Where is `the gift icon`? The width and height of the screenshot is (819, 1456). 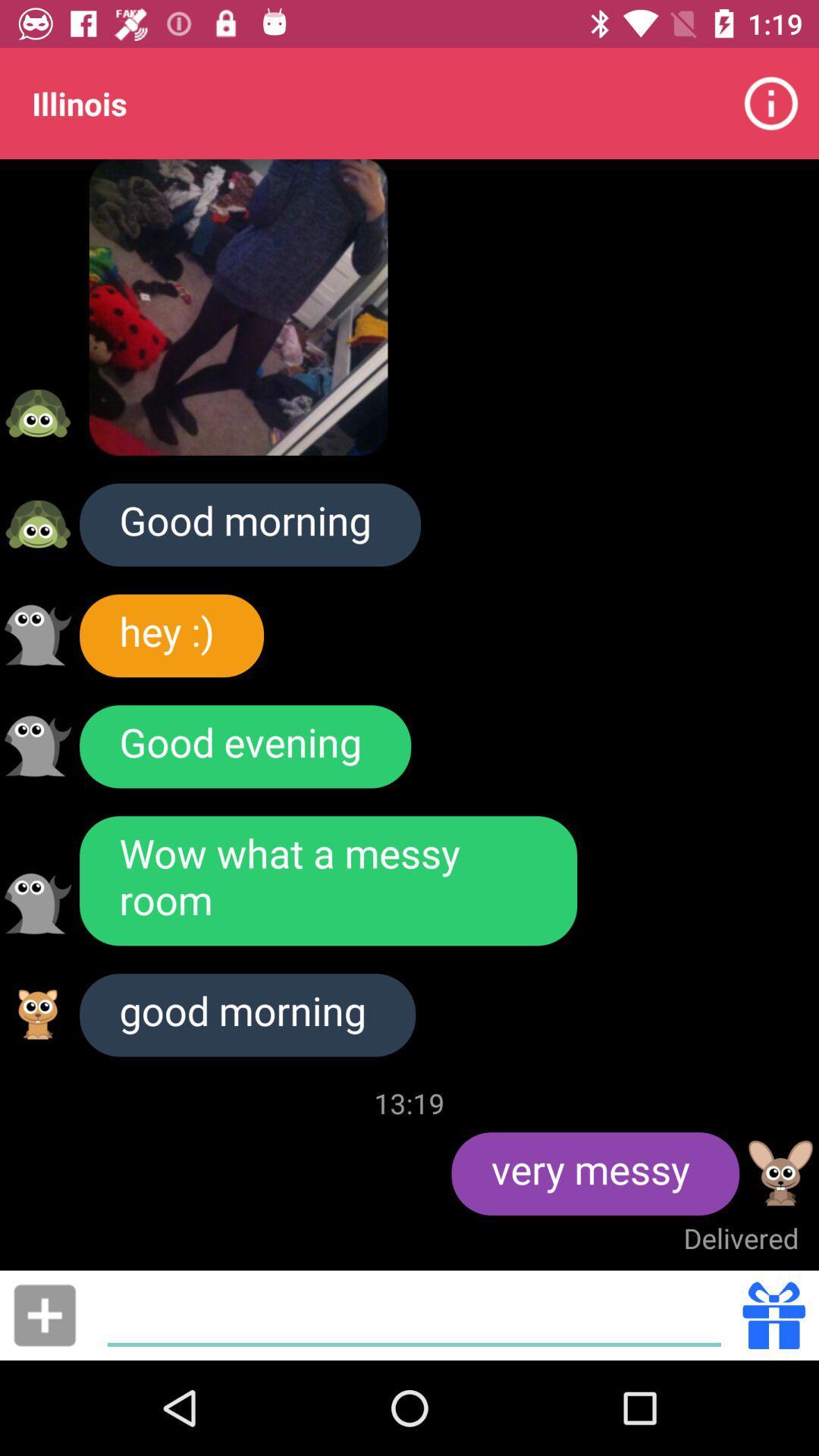 the gift icon is located at coordinates (773, 1314).